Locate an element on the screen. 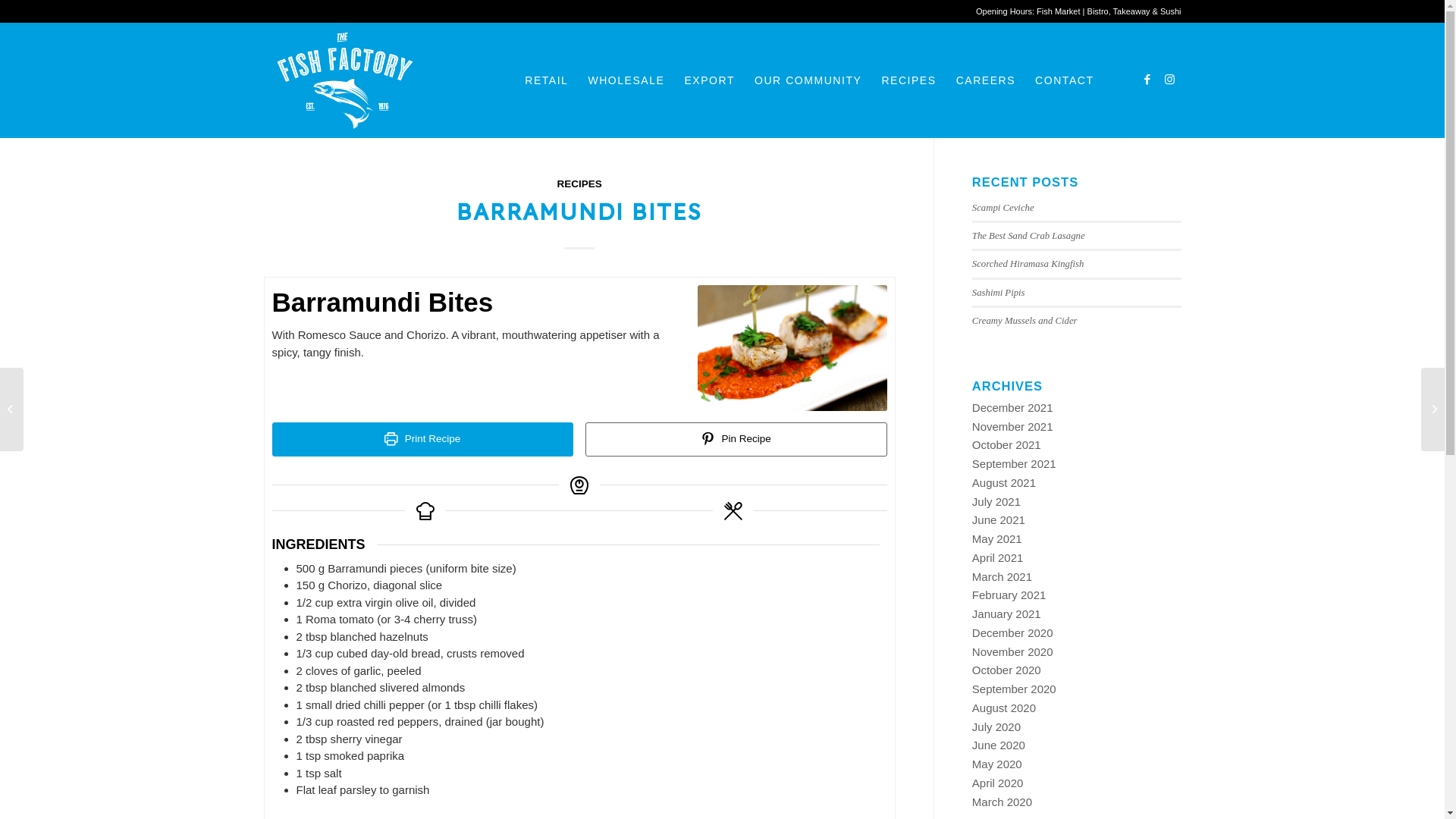  'January 2021' is located at coordinates (1006, 613).